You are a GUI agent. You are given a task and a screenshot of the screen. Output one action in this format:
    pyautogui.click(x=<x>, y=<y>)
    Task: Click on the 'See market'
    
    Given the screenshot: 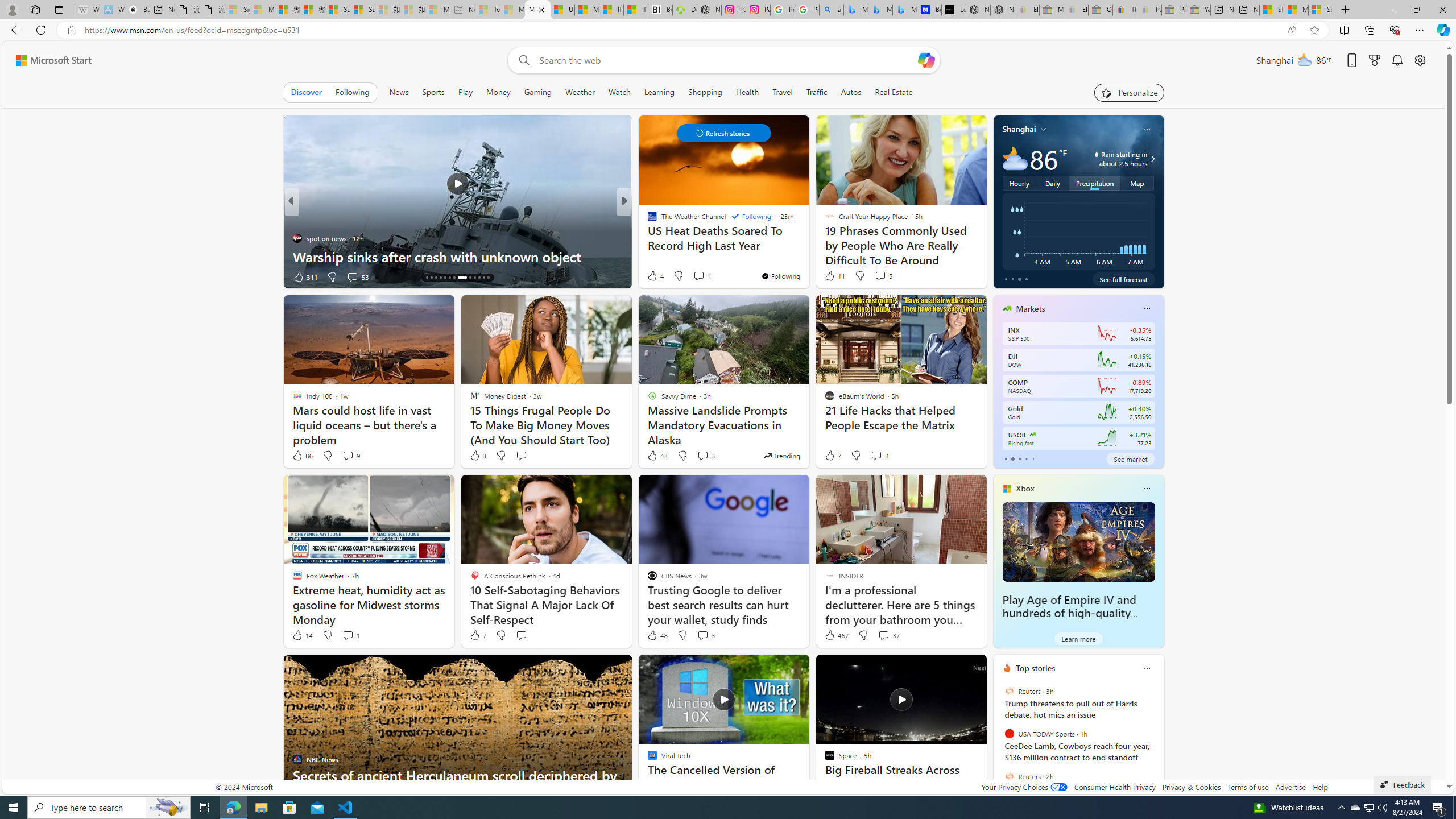 What is the action you would take?
    pyautogui.click(x=1130, y=459)
    